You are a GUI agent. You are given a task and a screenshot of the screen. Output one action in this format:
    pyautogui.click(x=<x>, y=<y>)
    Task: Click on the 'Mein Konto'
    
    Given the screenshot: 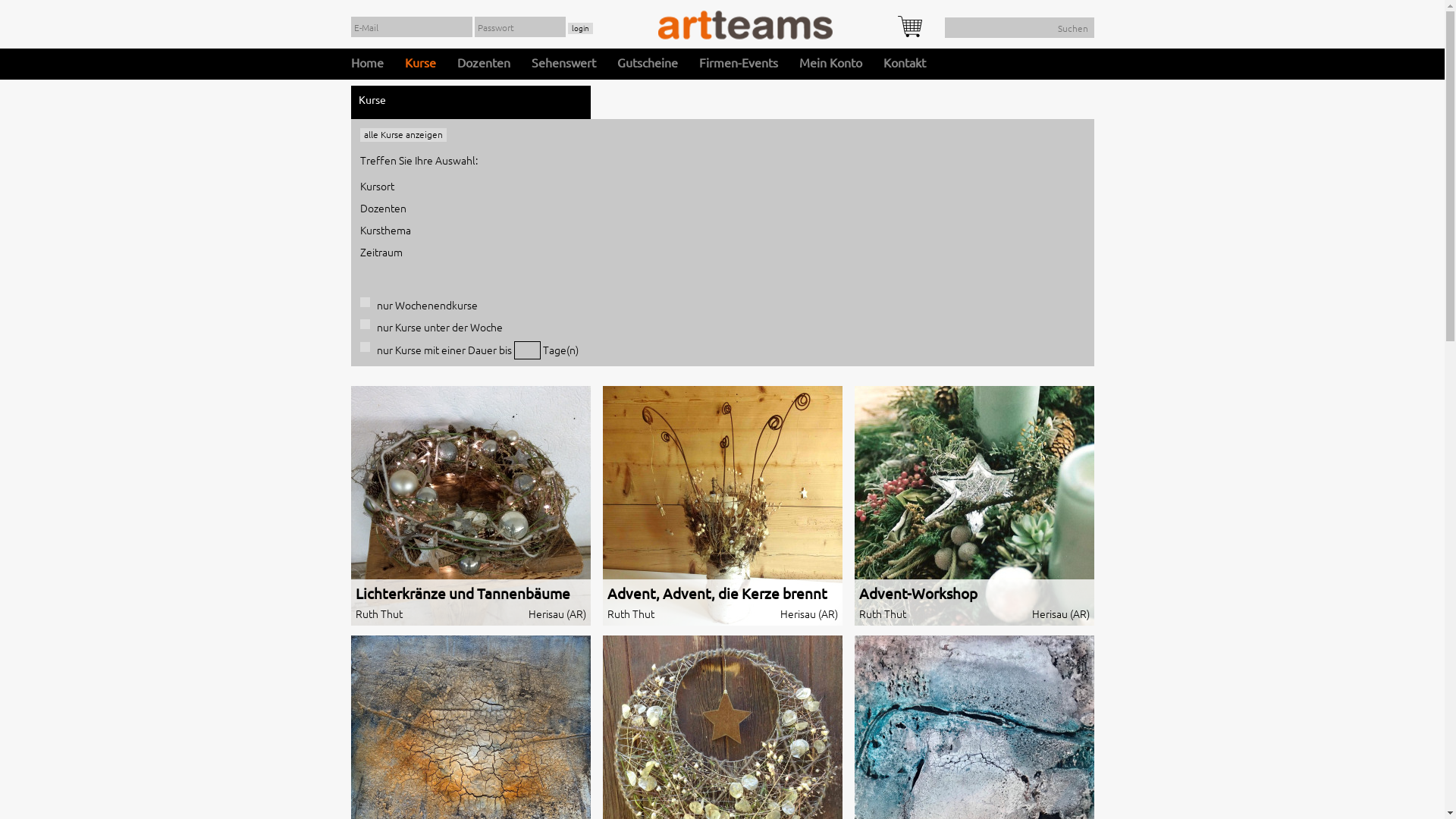 What is the action you would take?
    pyautogui.click(x=830, y=63)
    